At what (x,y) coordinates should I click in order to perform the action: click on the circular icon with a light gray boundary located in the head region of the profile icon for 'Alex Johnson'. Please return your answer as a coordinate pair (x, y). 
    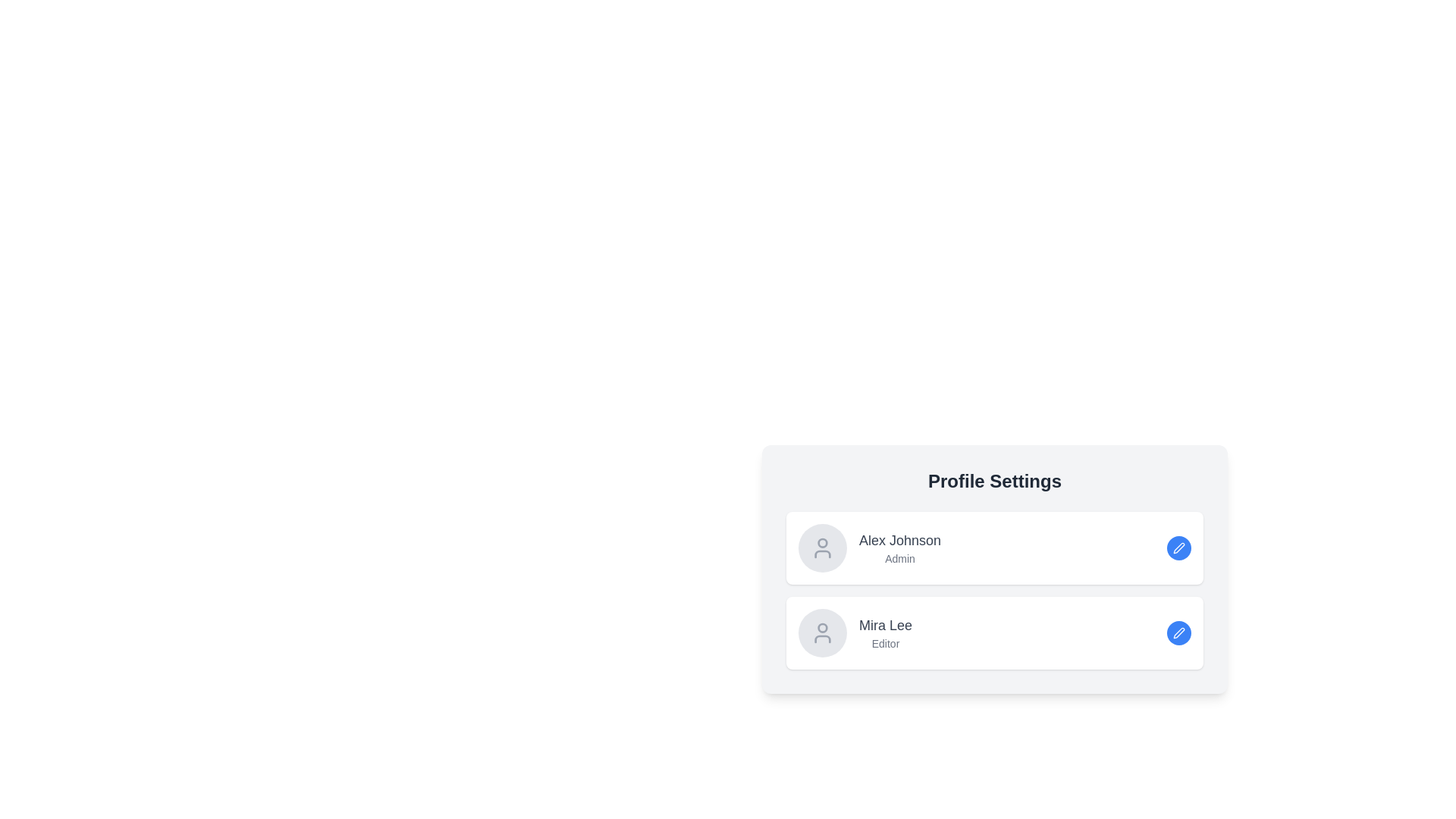
    Looking at the image, I should click on (821, 542).